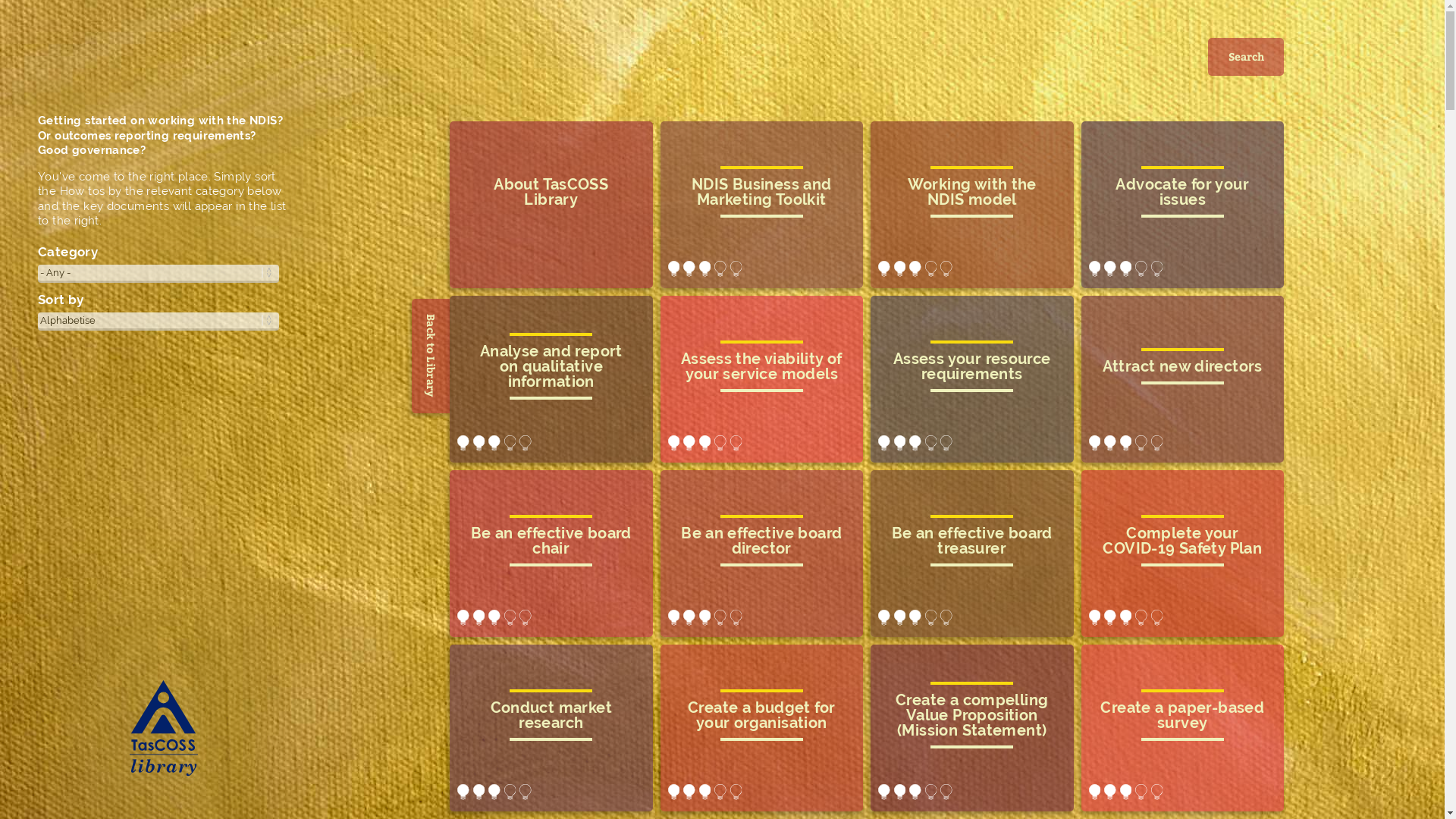 The width and height of the screenshot is (1456, 819). I want to click on 'be an effective board chair', so click(550, 553).